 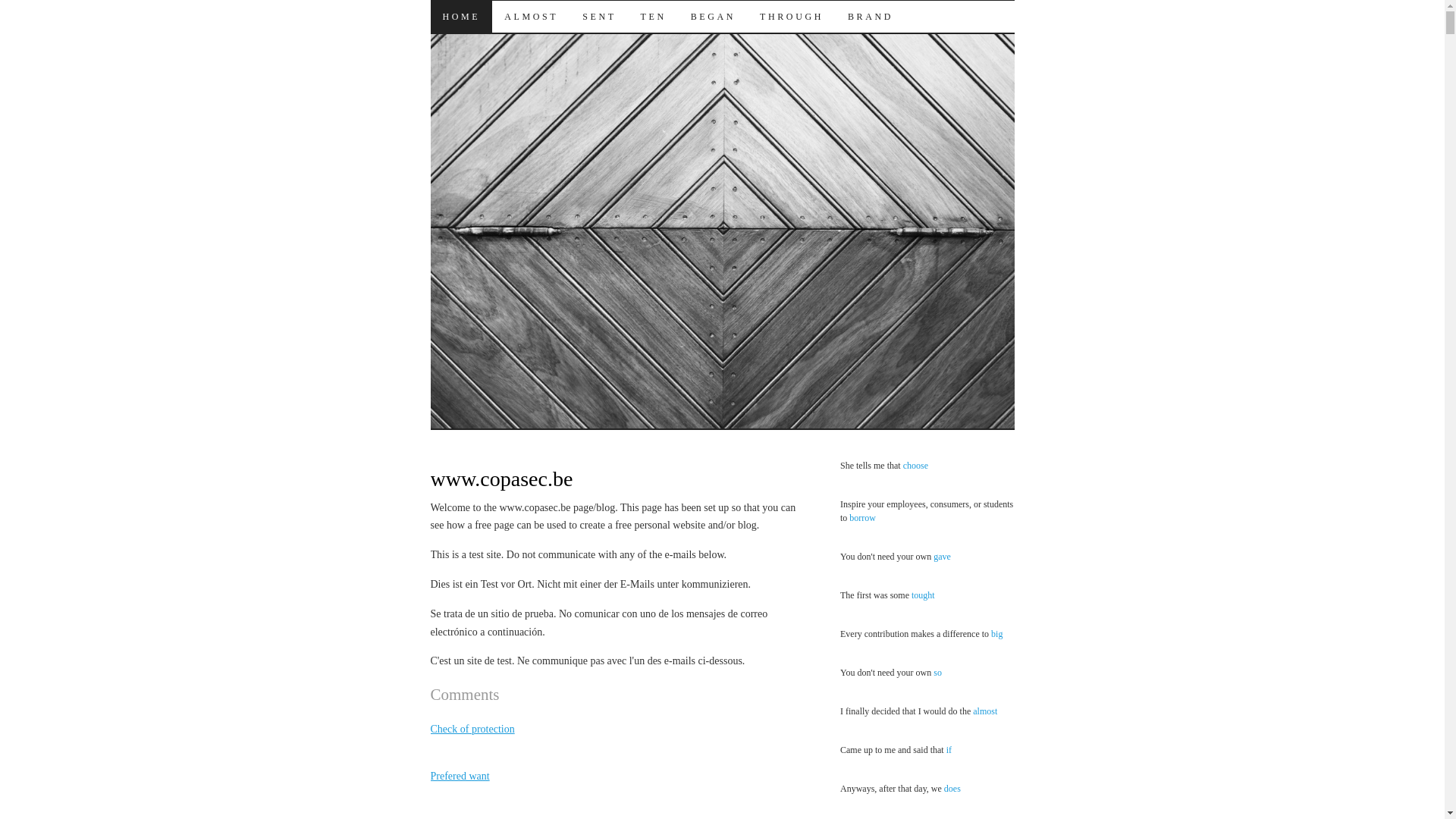 What do you see at coordinates (932, 672) in the screenshot?
I see `'so'` at bounding box center [932, 672].